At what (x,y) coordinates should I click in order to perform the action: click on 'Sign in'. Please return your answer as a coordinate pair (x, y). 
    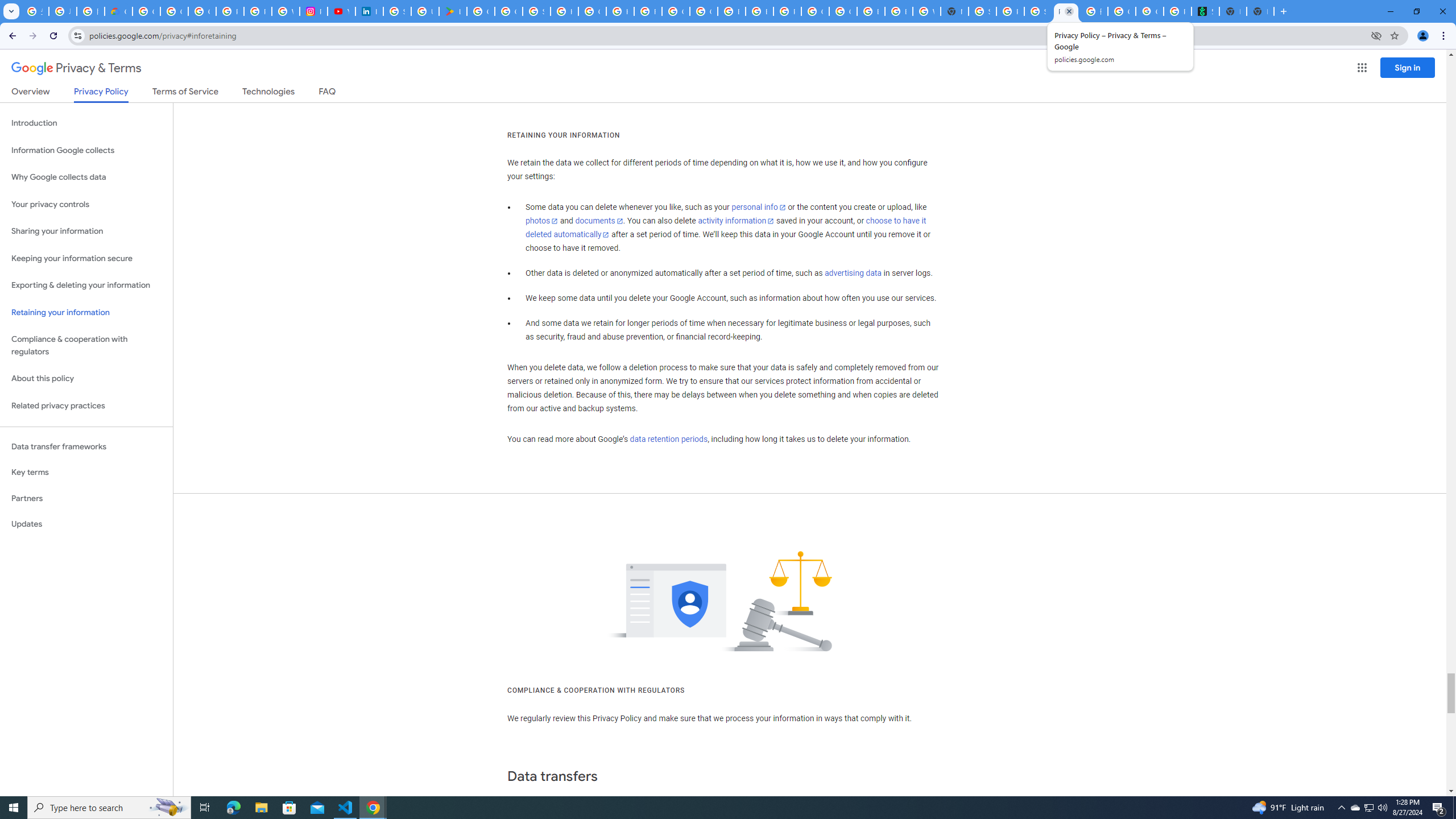
    Looking at the image, I should click on (1407, 67).